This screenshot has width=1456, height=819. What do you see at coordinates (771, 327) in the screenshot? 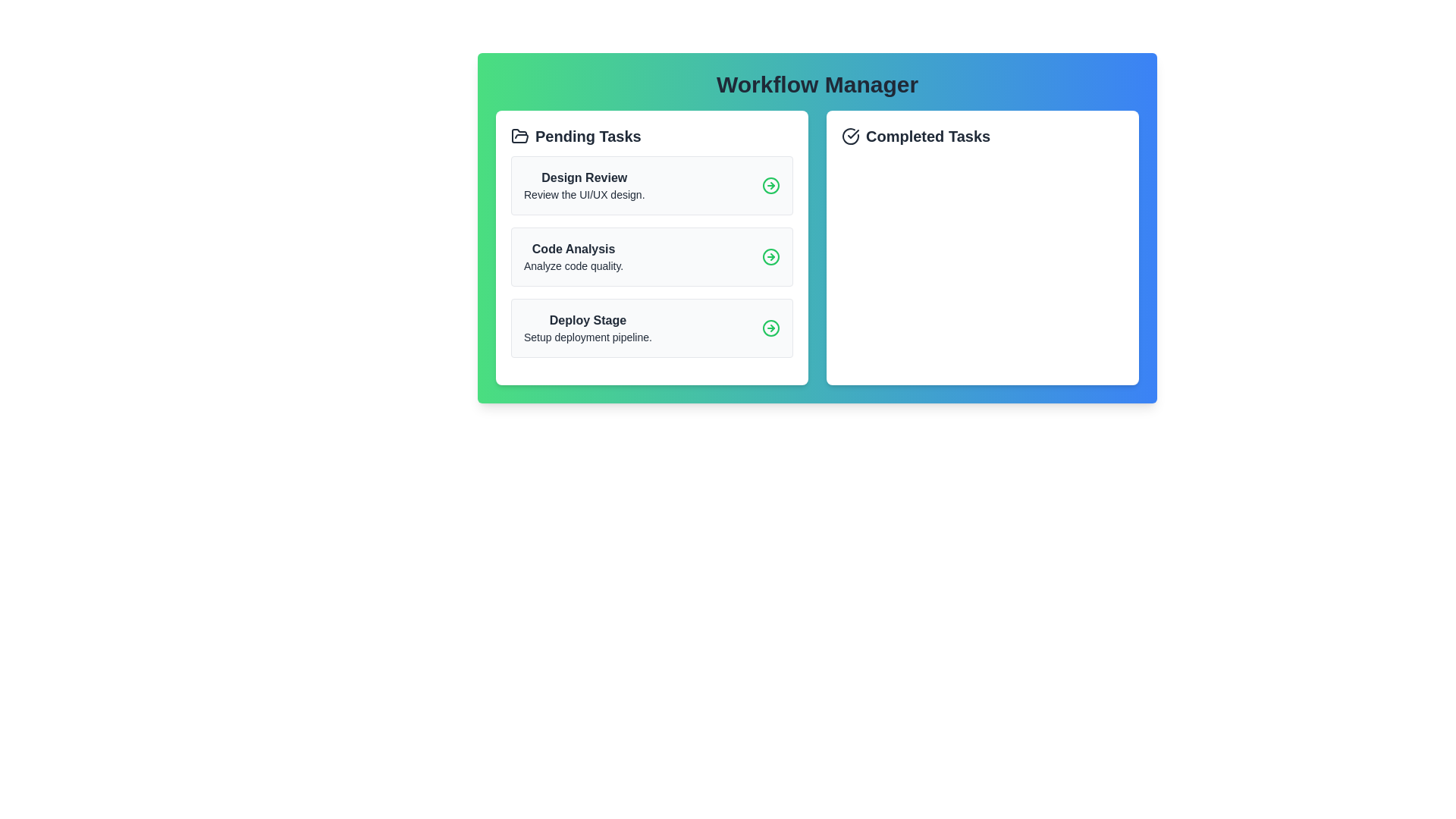
I see `the green-stroked circular SVG element within the arrow icon located in the third task item of the 'Pending Tasks' list` at bounding box center [771, 327].